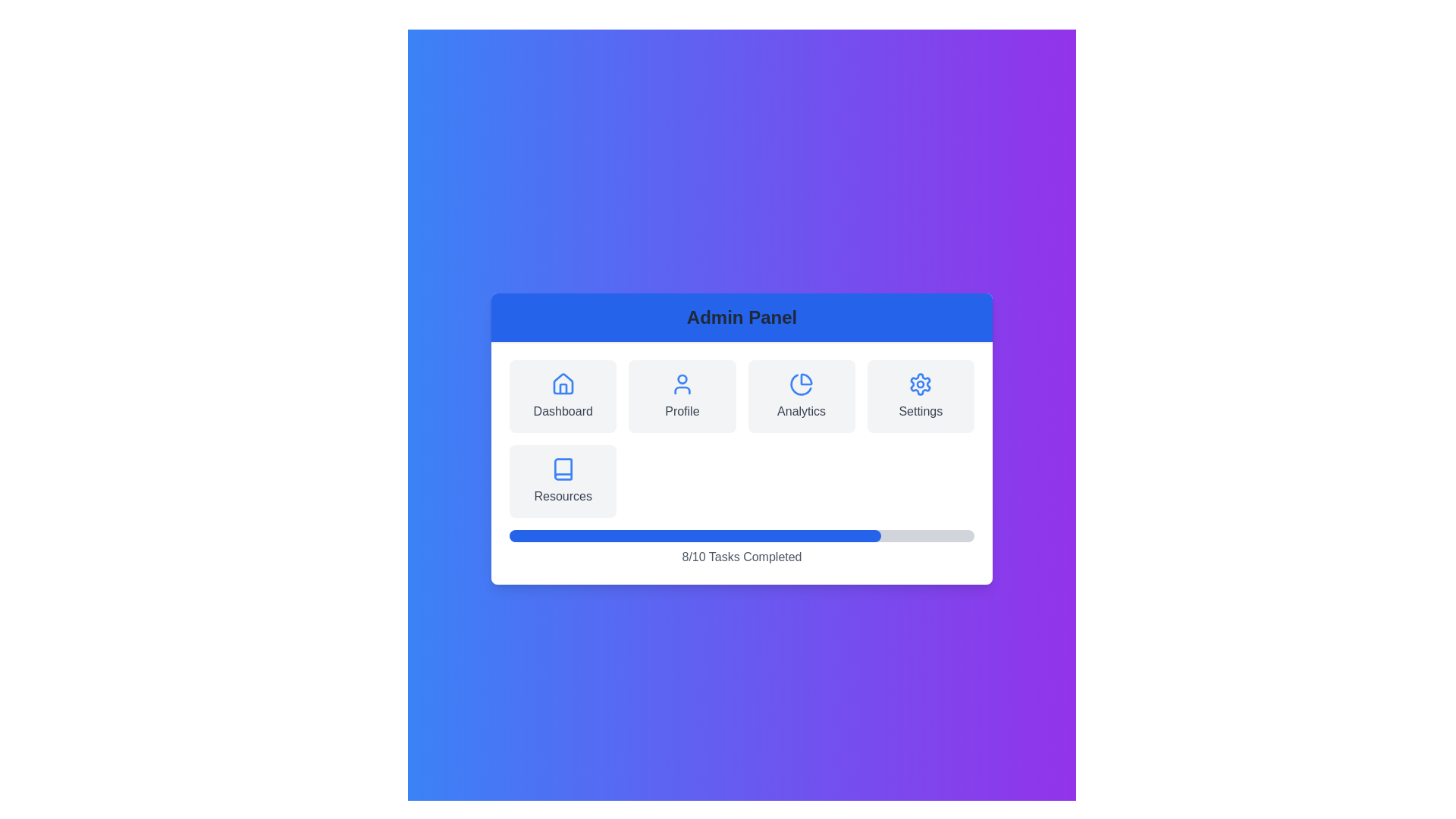 The image size is (1456, 819). Describe the element at coordinates (801, 396) in the screenshot. I see `the menu option Analytics to observe its hover effect` at that location.